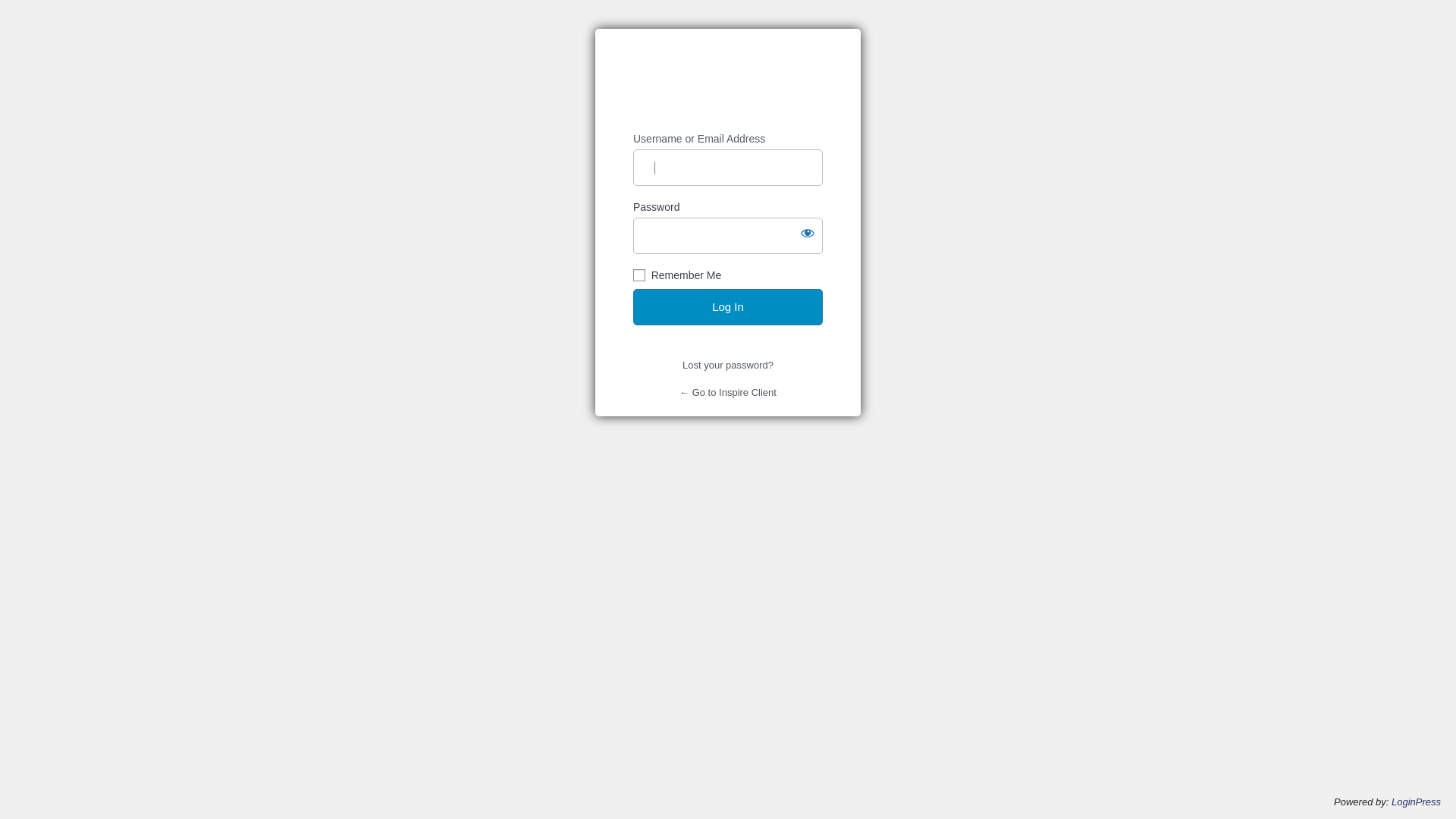  Describe the element at coordinates (633, 307) in the screenshot. I see `'Log In'` at that location.